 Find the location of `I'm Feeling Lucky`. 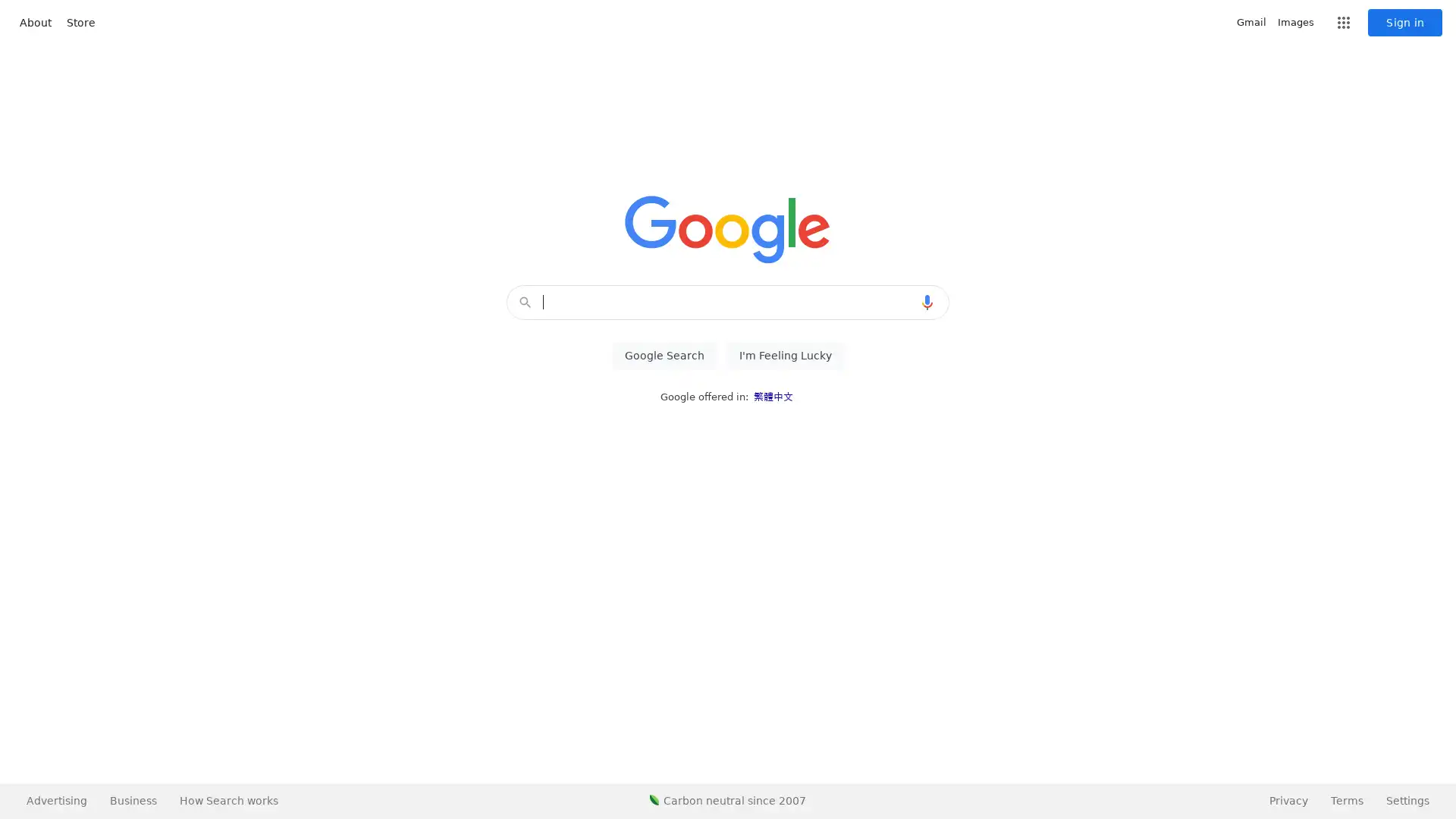

I'm Feeling Lucky is located at coordinates (785, 356).